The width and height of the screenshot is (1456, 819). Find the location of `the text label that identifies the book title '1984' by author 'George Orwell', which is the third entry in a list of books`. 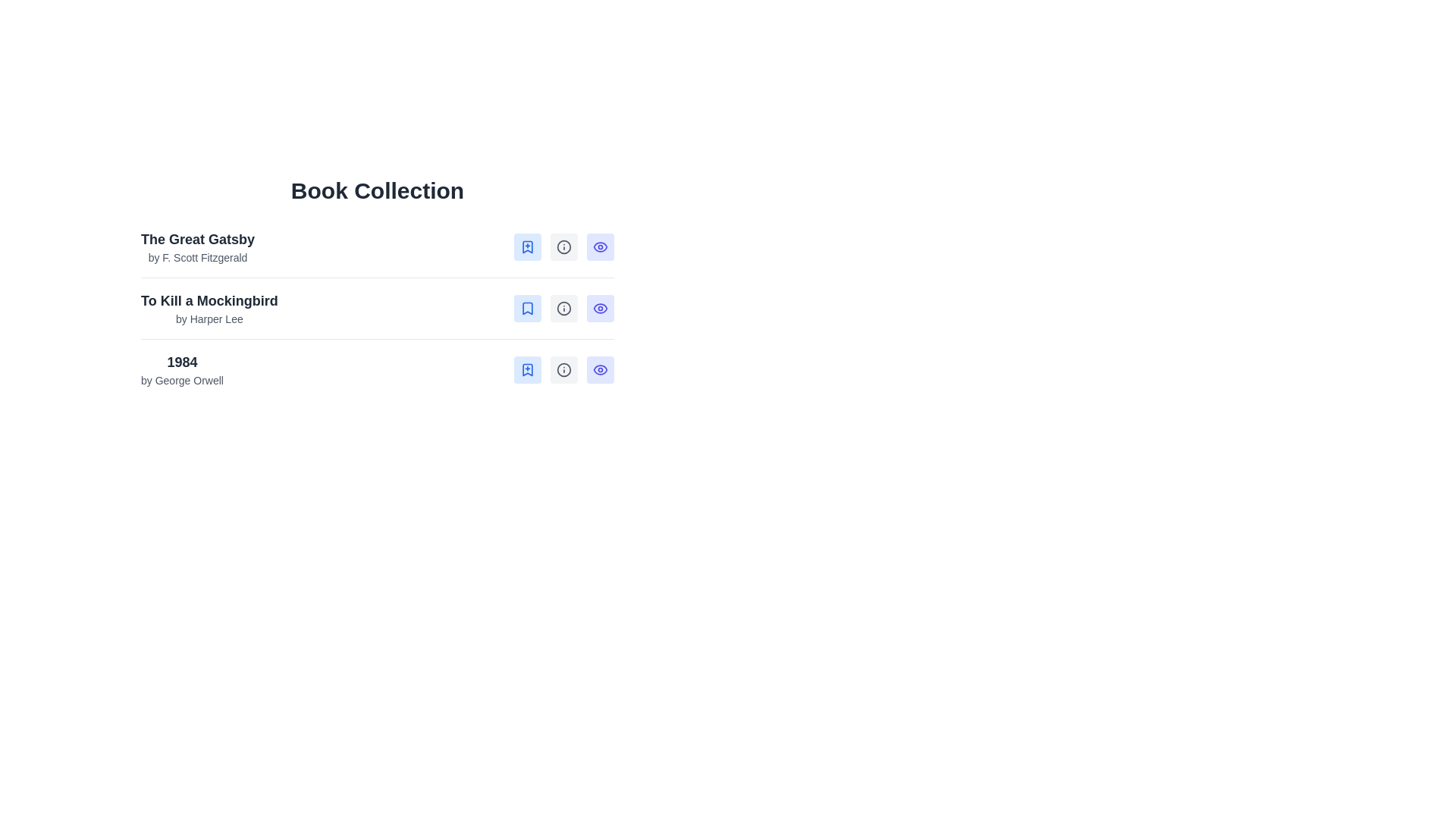

the text label that identifies the book title '1984' by author 'George Orwell', which is the third entry in a list of books is located at coordinates (182, 370).